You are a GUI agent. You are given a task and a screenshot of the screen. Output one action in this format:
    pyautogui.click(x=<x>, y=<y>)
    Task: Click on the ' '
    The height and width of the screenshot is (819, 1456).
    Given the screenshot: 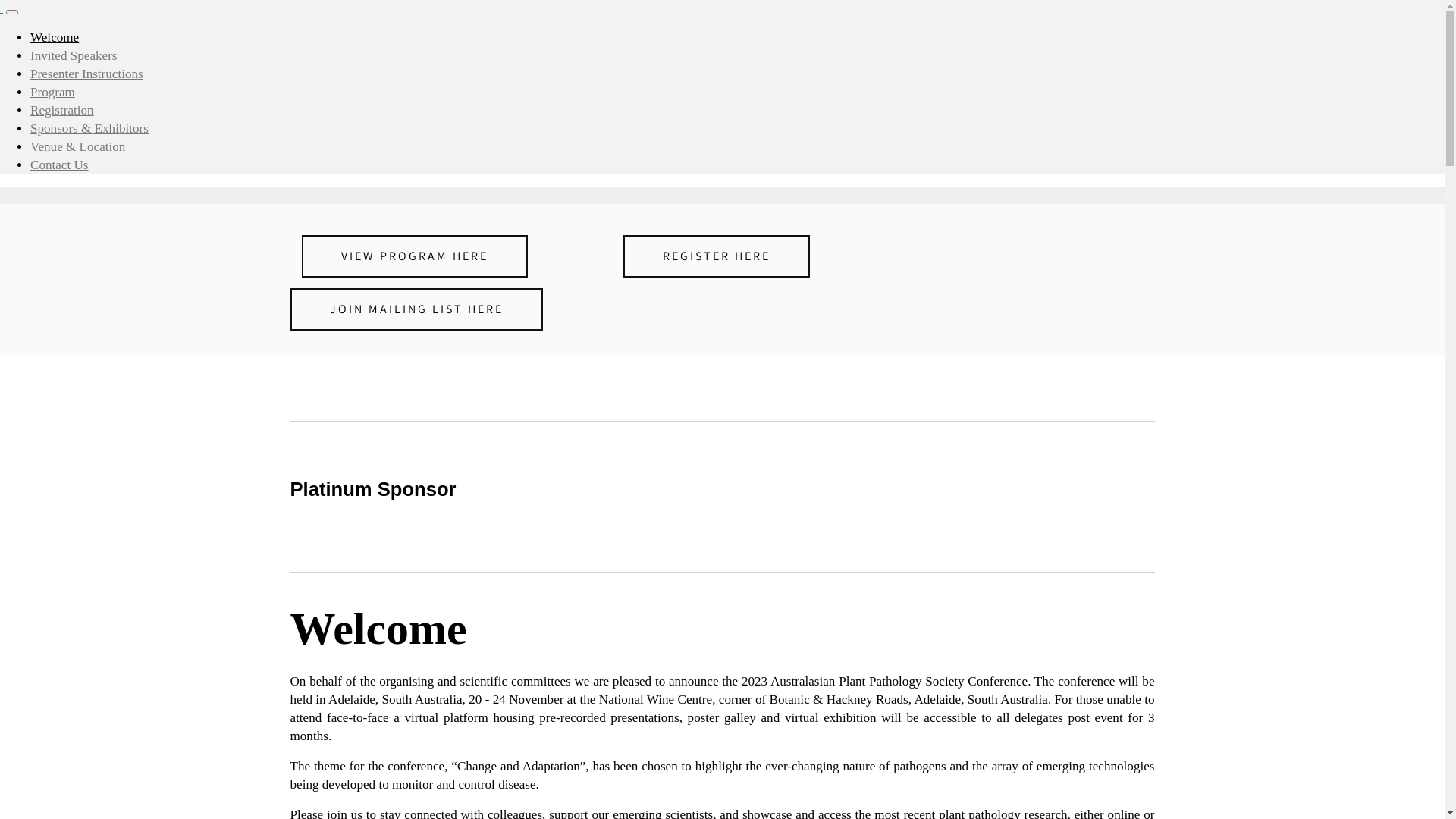 What is the action you would take?
    pyautogui.click(x=1, y=8)
    